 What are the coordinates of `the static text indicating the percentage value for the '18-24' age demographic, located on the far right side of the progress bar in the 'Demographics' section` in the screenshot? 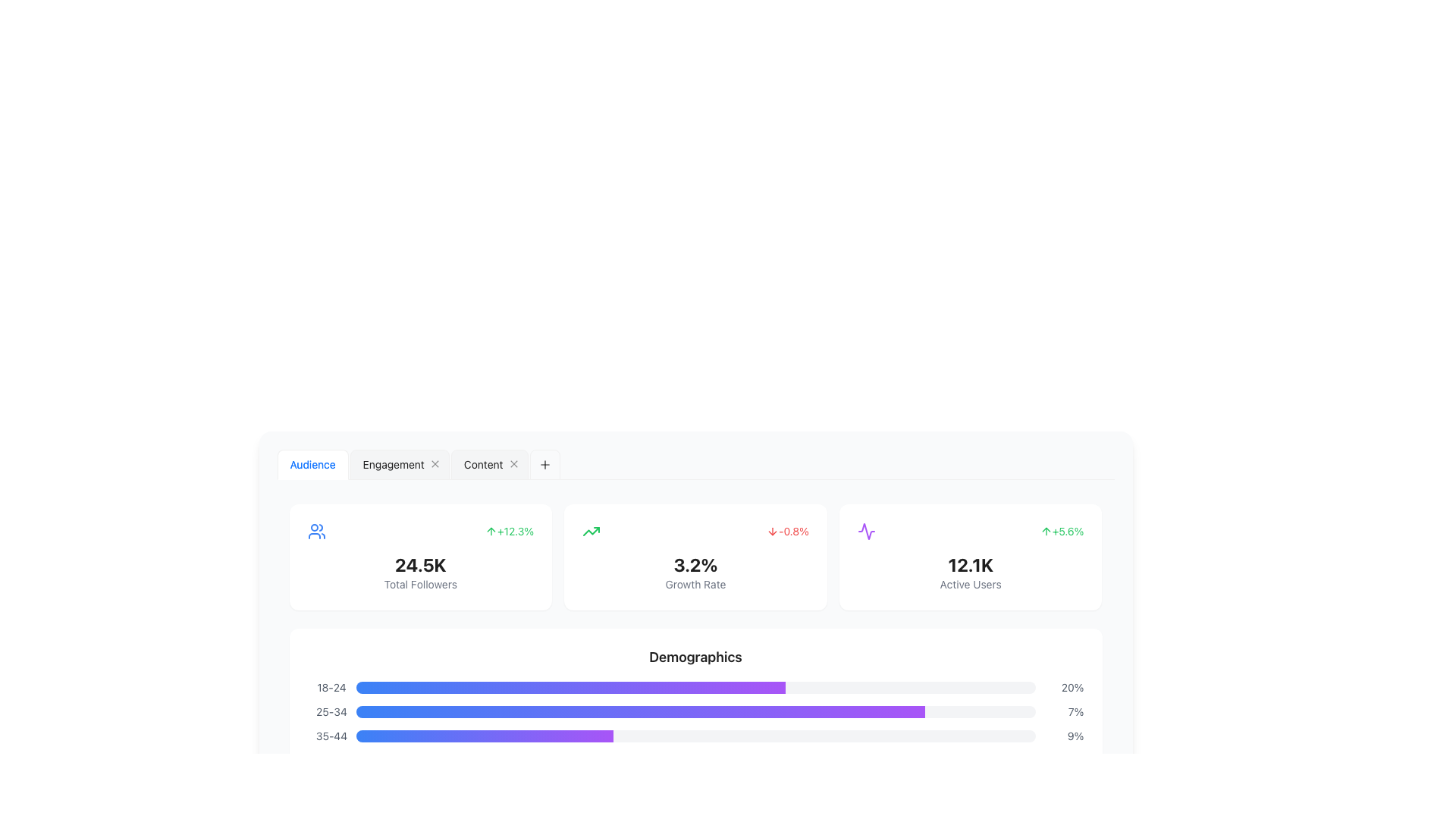 It's located at (1059, 687).